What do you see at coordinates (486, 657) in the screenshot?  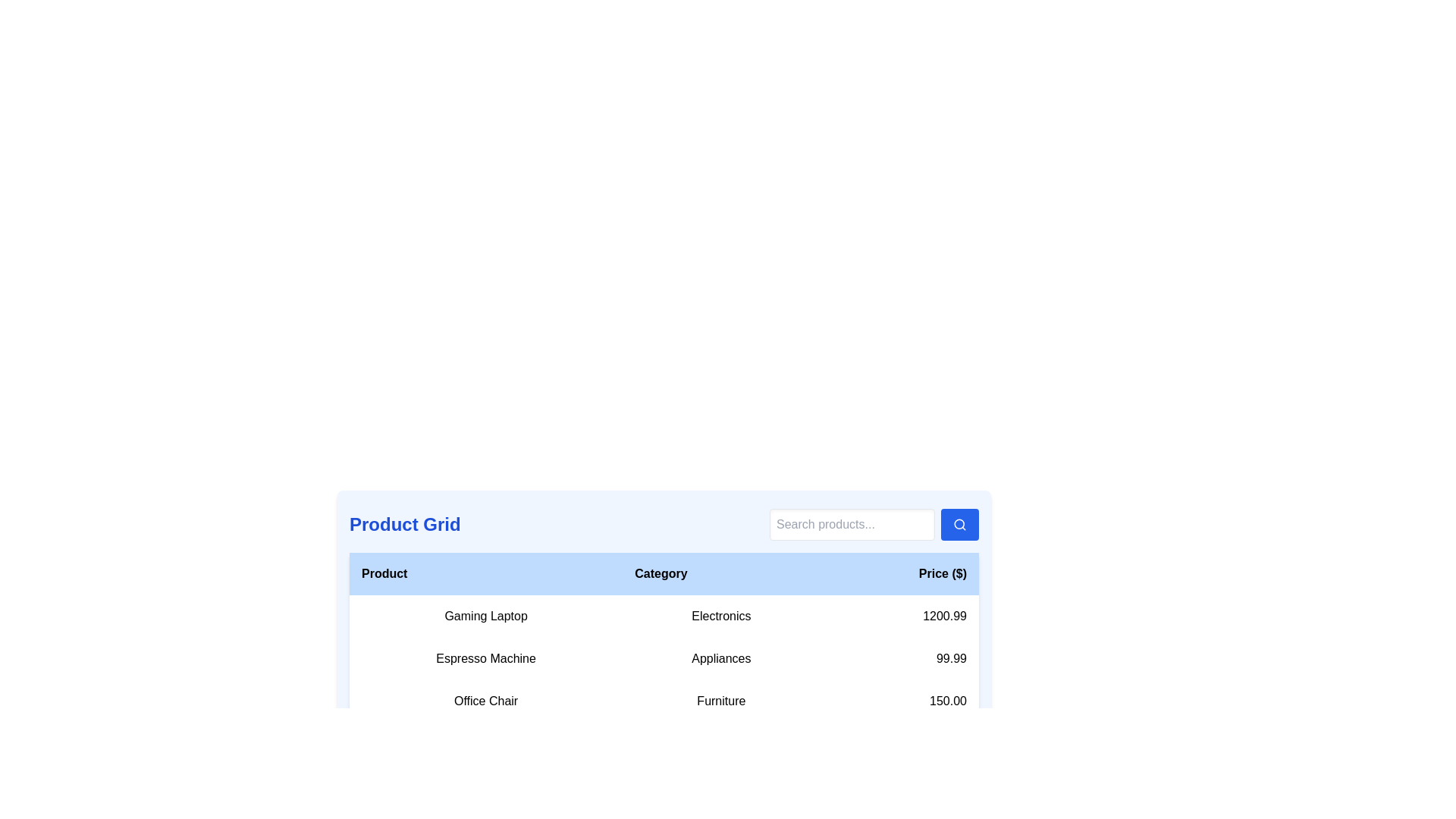 I see `the 'Espresso Machine' text label, which is displayed in a bold font and is located in the second row of the first column under the 'Product' header in the product list grid layout` at bounding box center [486, 657].